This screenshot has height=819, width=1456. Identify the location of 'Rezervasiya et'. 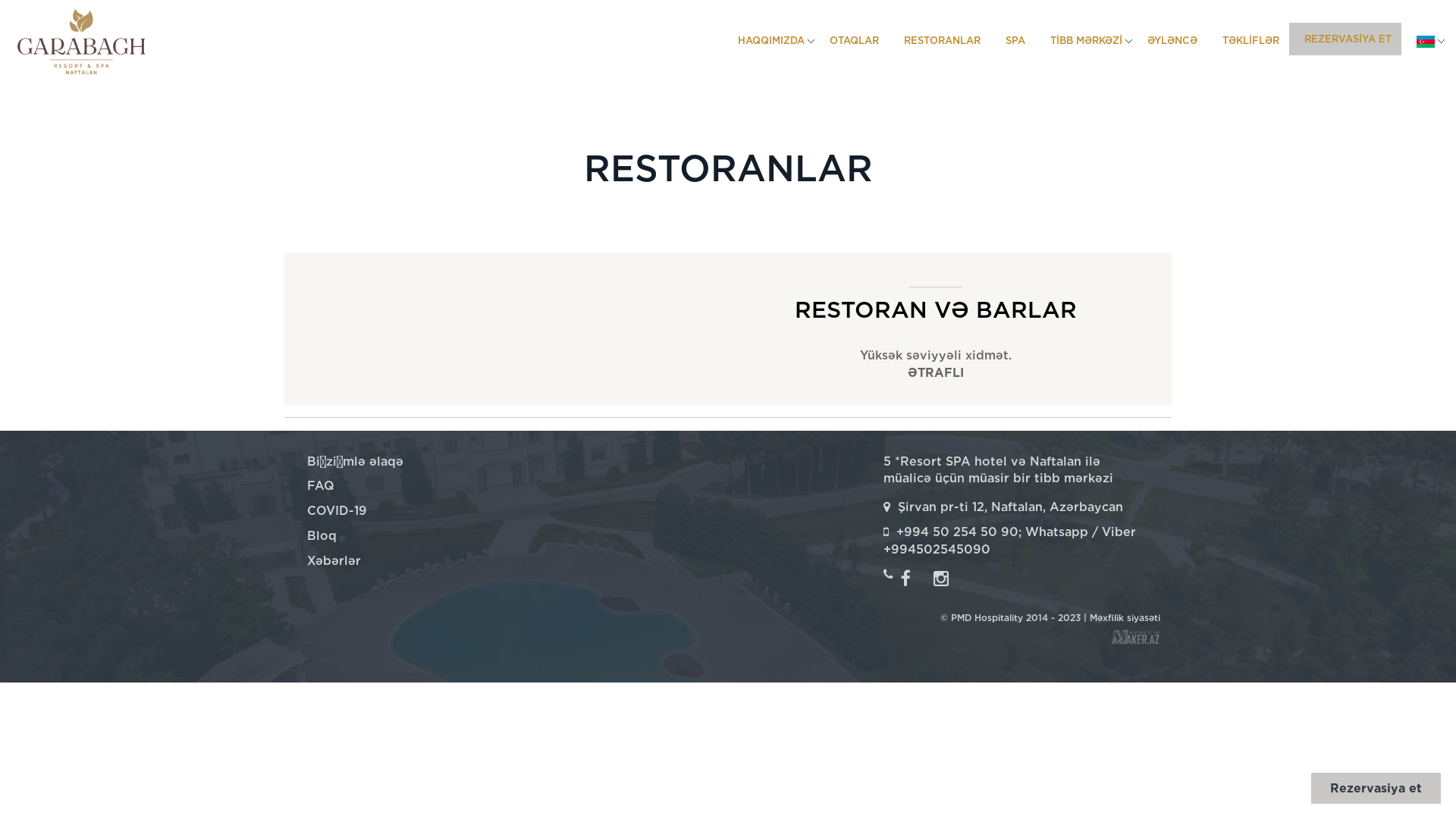
(1376, 787).